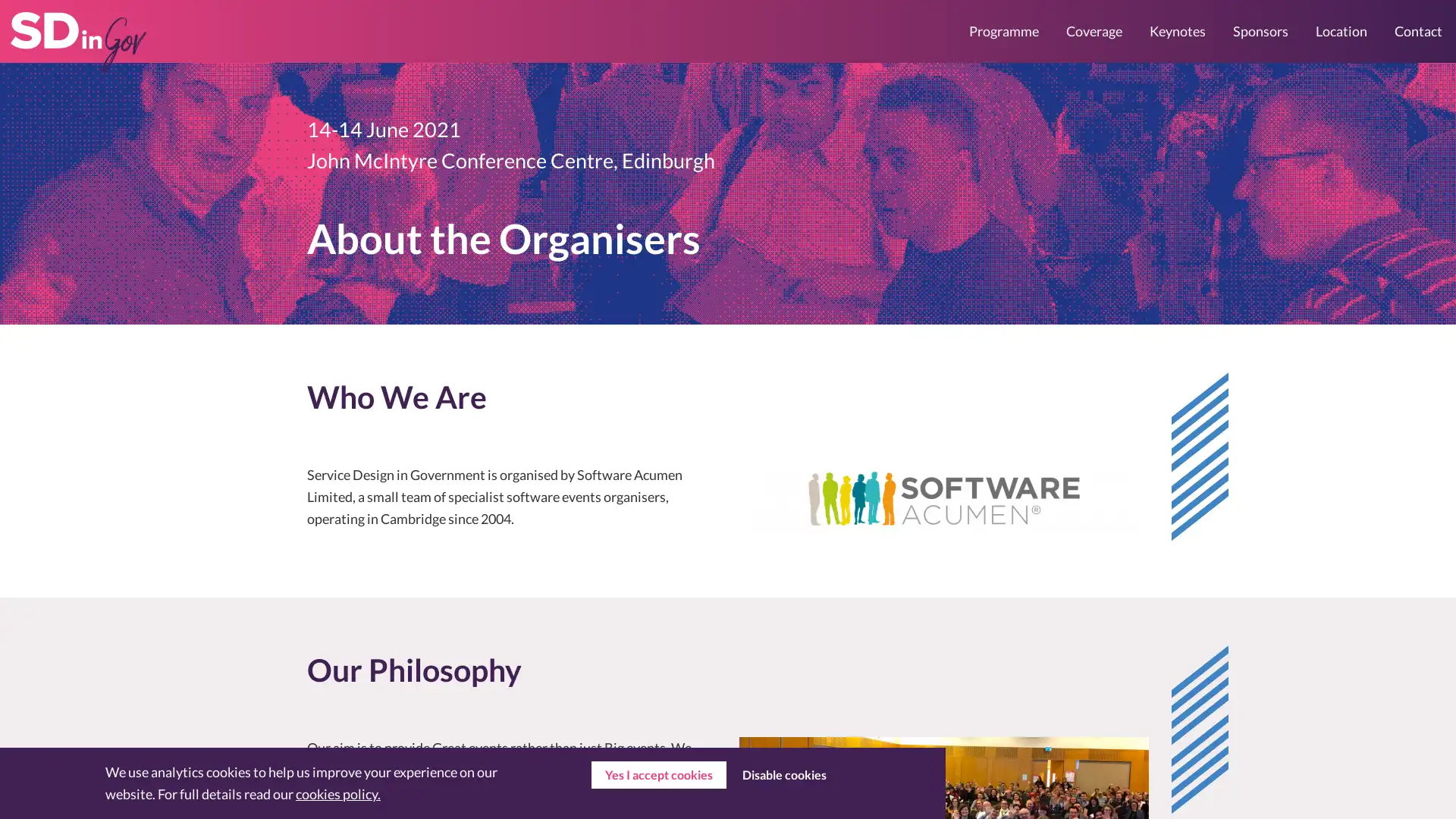 This screenshot has height=819, width=1456. I want to click on Disable cookies, so click(783, 775).